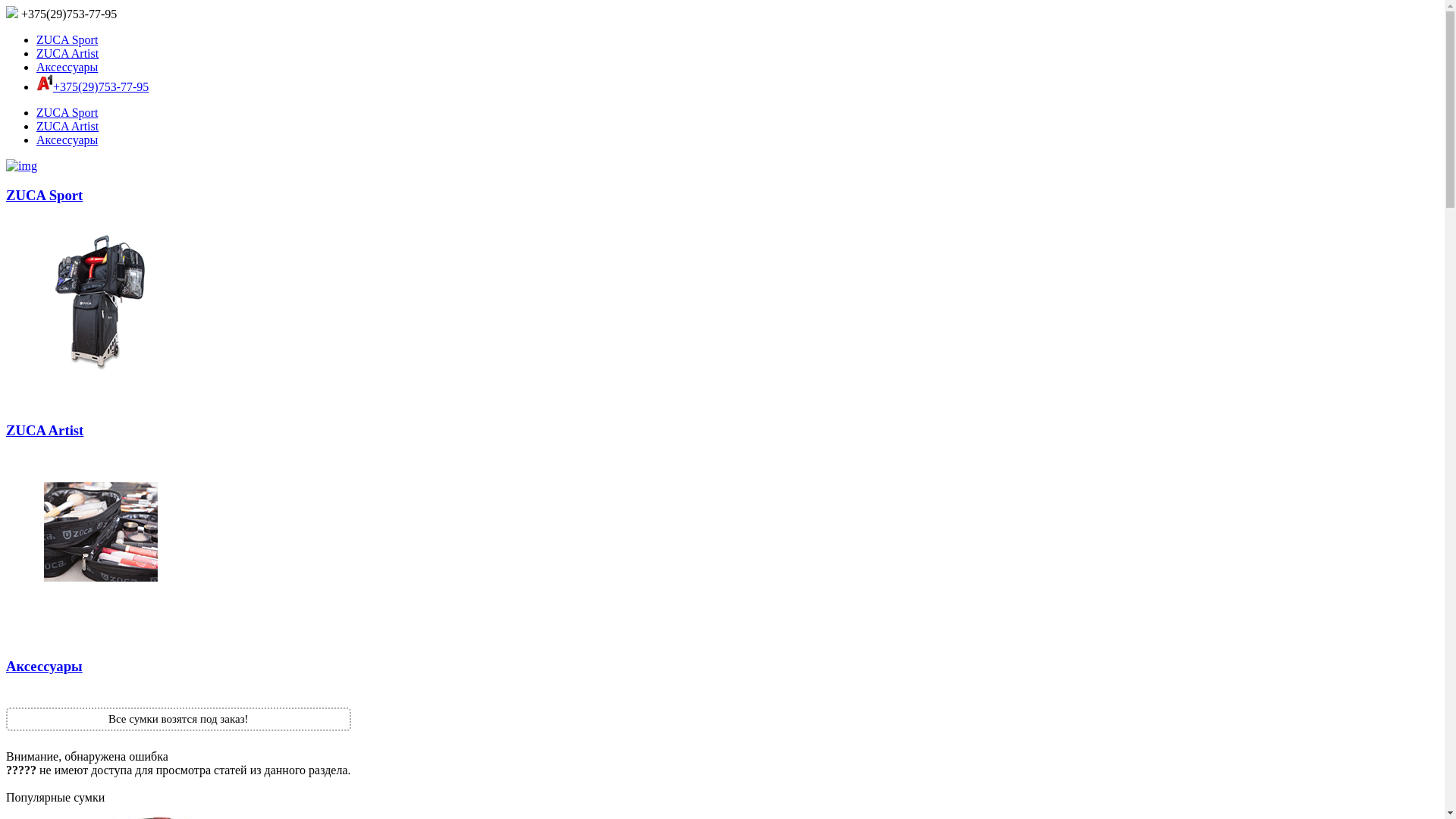 This screenshot has height=819, width=1456. What do you see at coordinates (66, 111) in the screenshot?
I see `'ZUCA Sport'` at bounding box center [66, 111].